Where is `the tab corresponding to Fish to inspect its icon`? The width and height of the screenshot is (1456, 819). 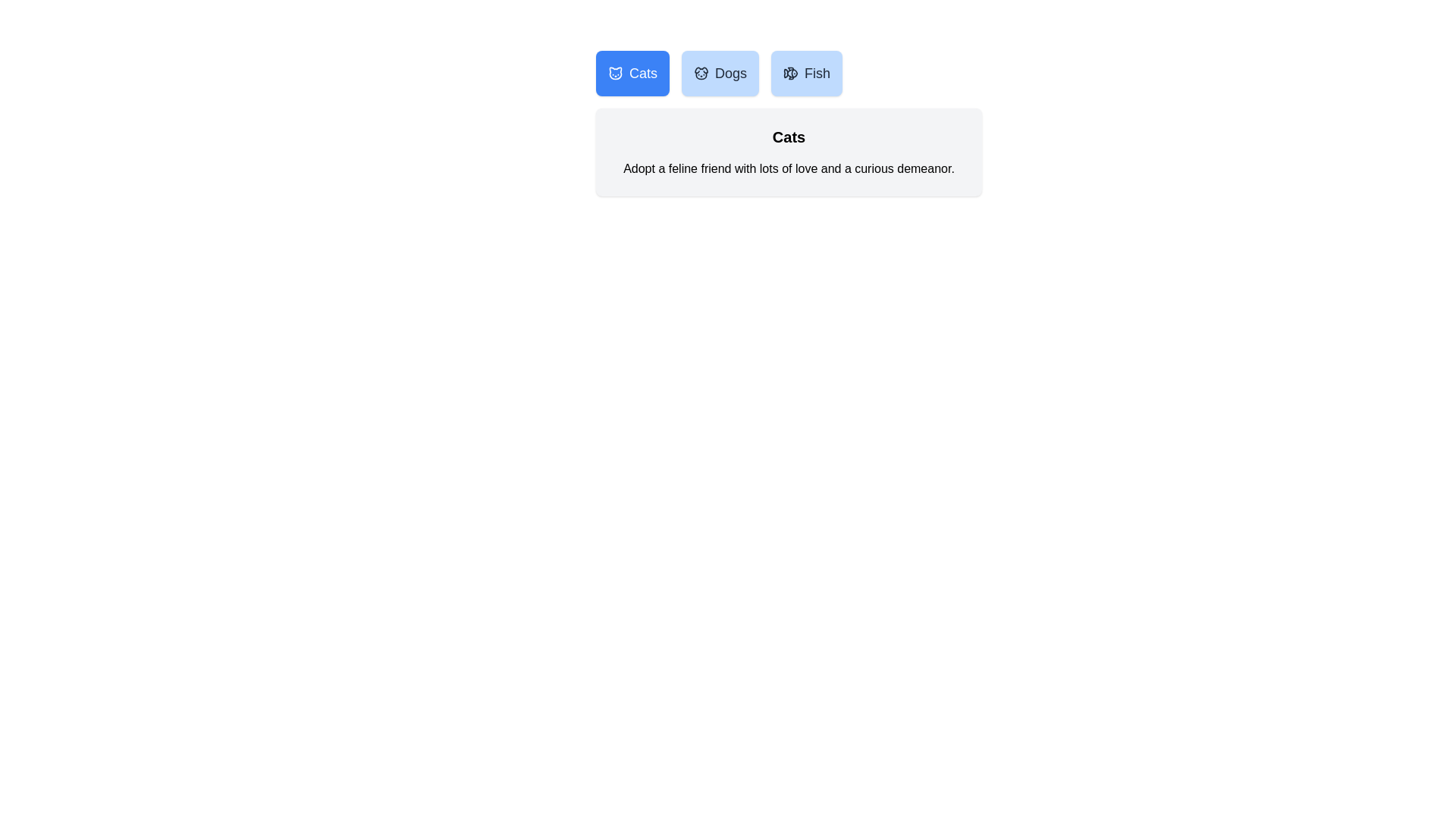
the tab corresponding to Fish to inspect its icon is located at coordinates (806, 73).